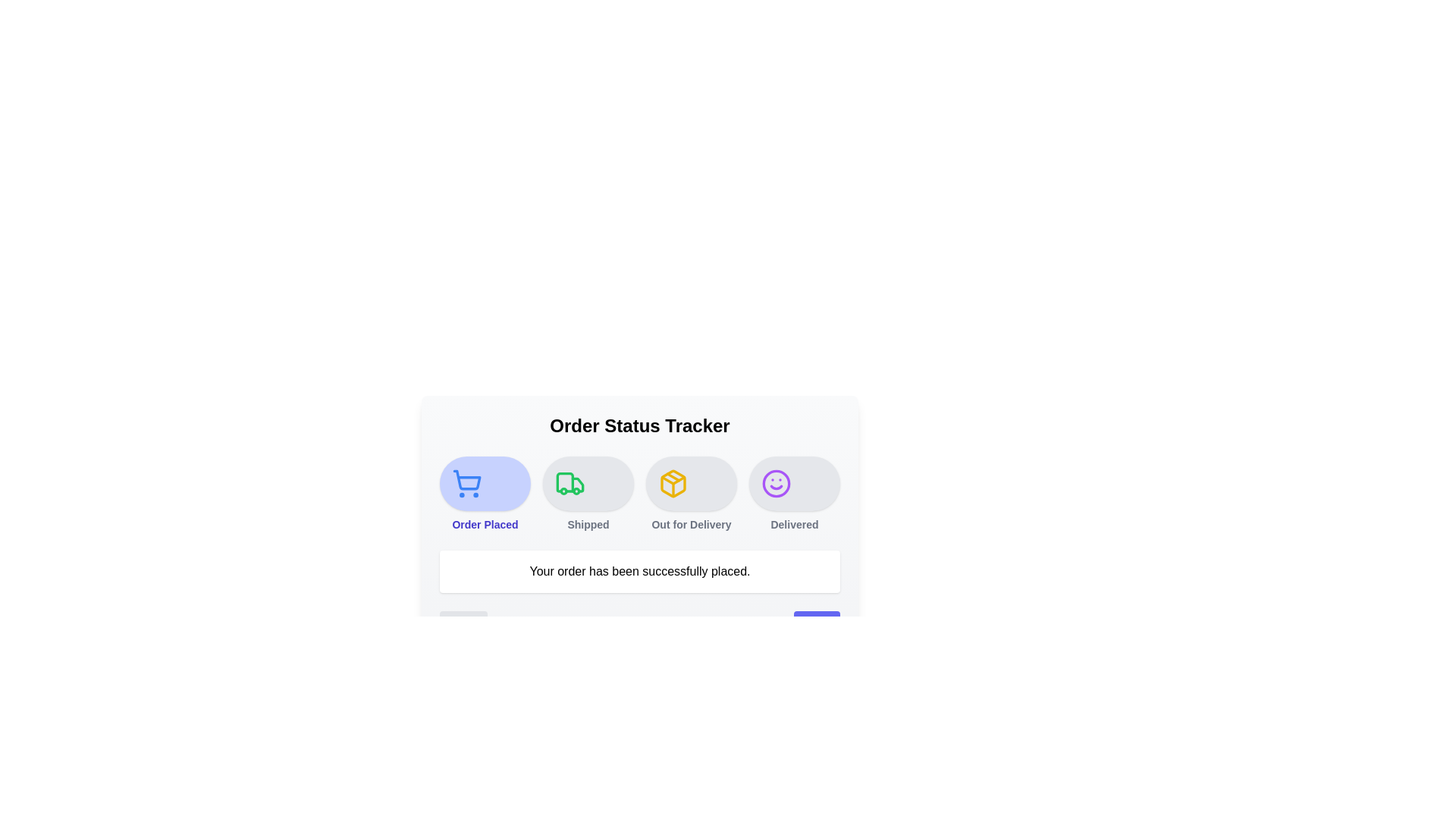 This screenshot has width=1456, height=819. I want to click on the step icon corresponding to Order Placed to highlight it and view its details, so click(484, 483).